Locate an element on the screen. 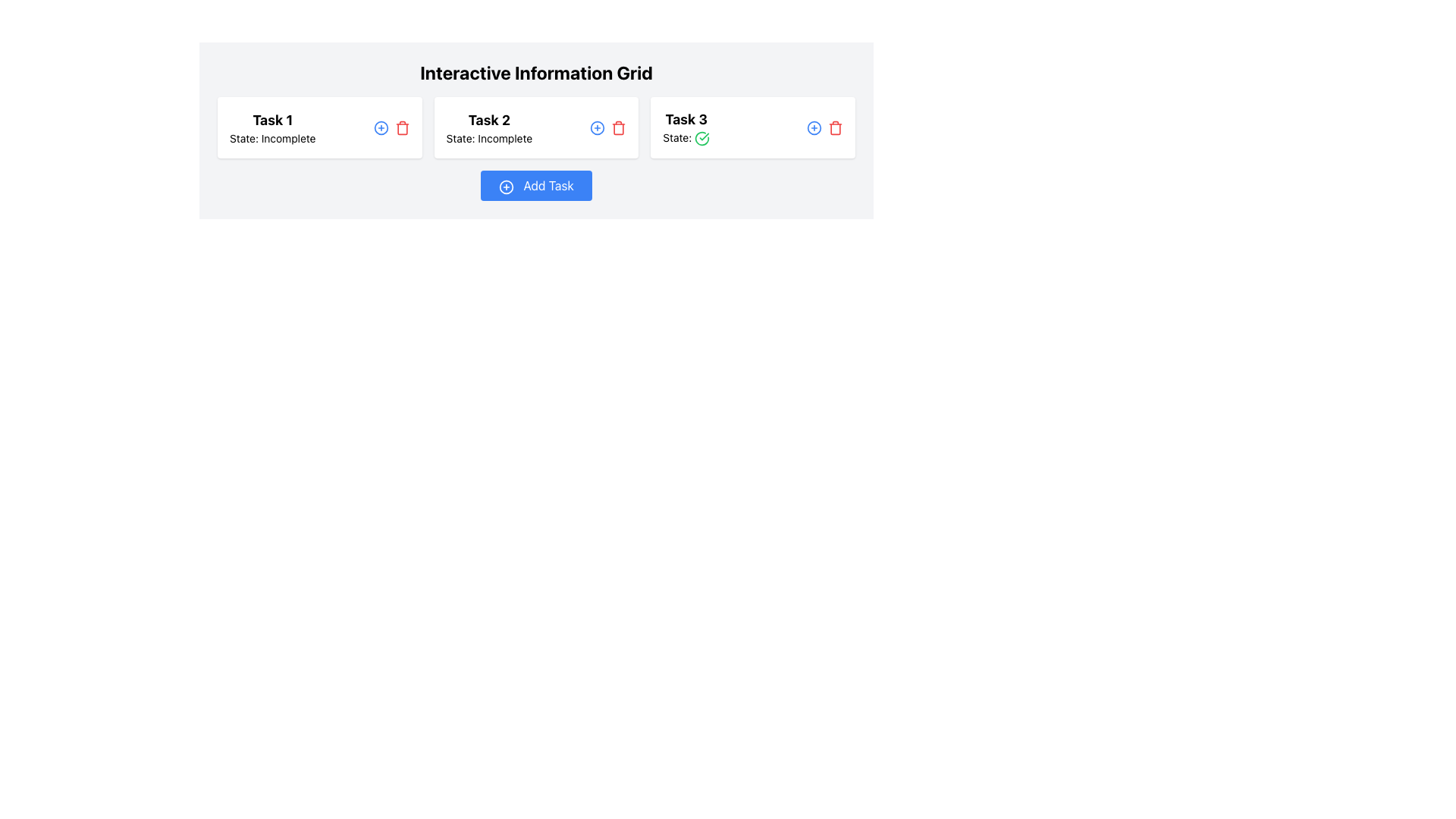 This screenshot has width=1456, height=819. the Trash Can Icon associated with Task 2 is located at coordinates (619, 127).